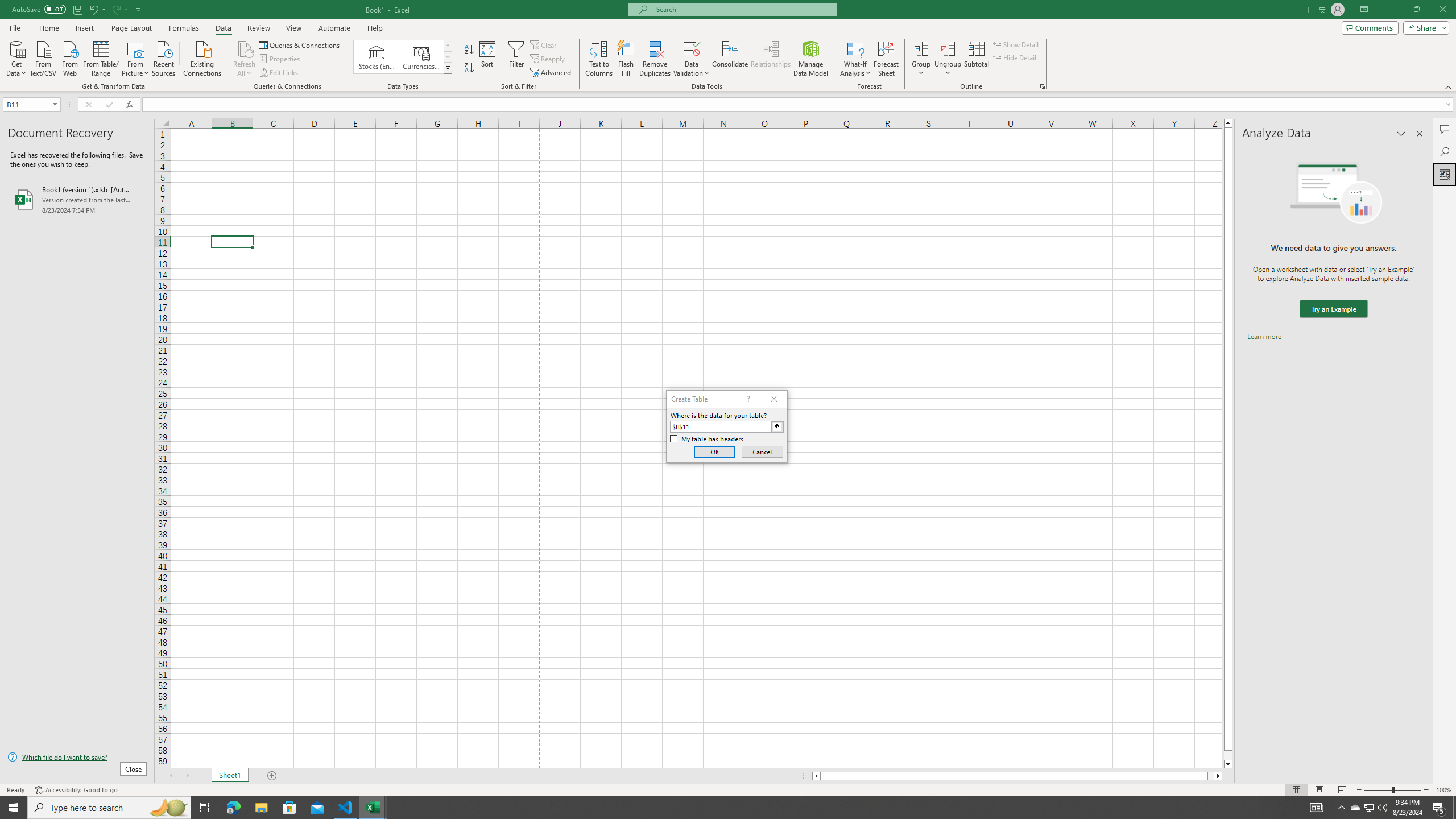  What do you see at coordinates (77, 9) in the screenshot?
I see `'Quick Access Toolbar'` at bounding box center [77, 9].